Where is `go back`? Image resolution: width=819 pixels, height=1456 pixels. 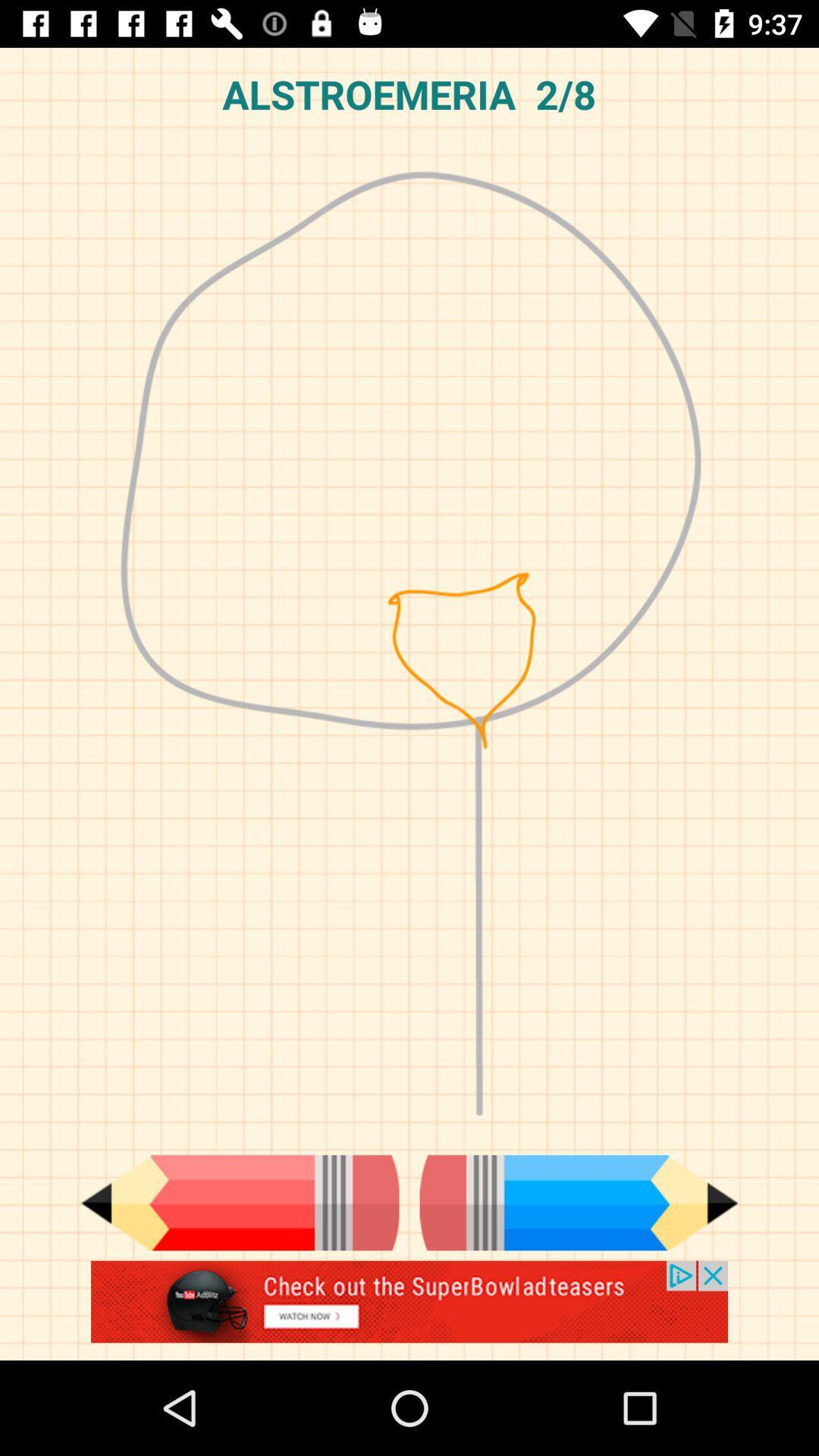 go back is located at coordinates (239, 1202).